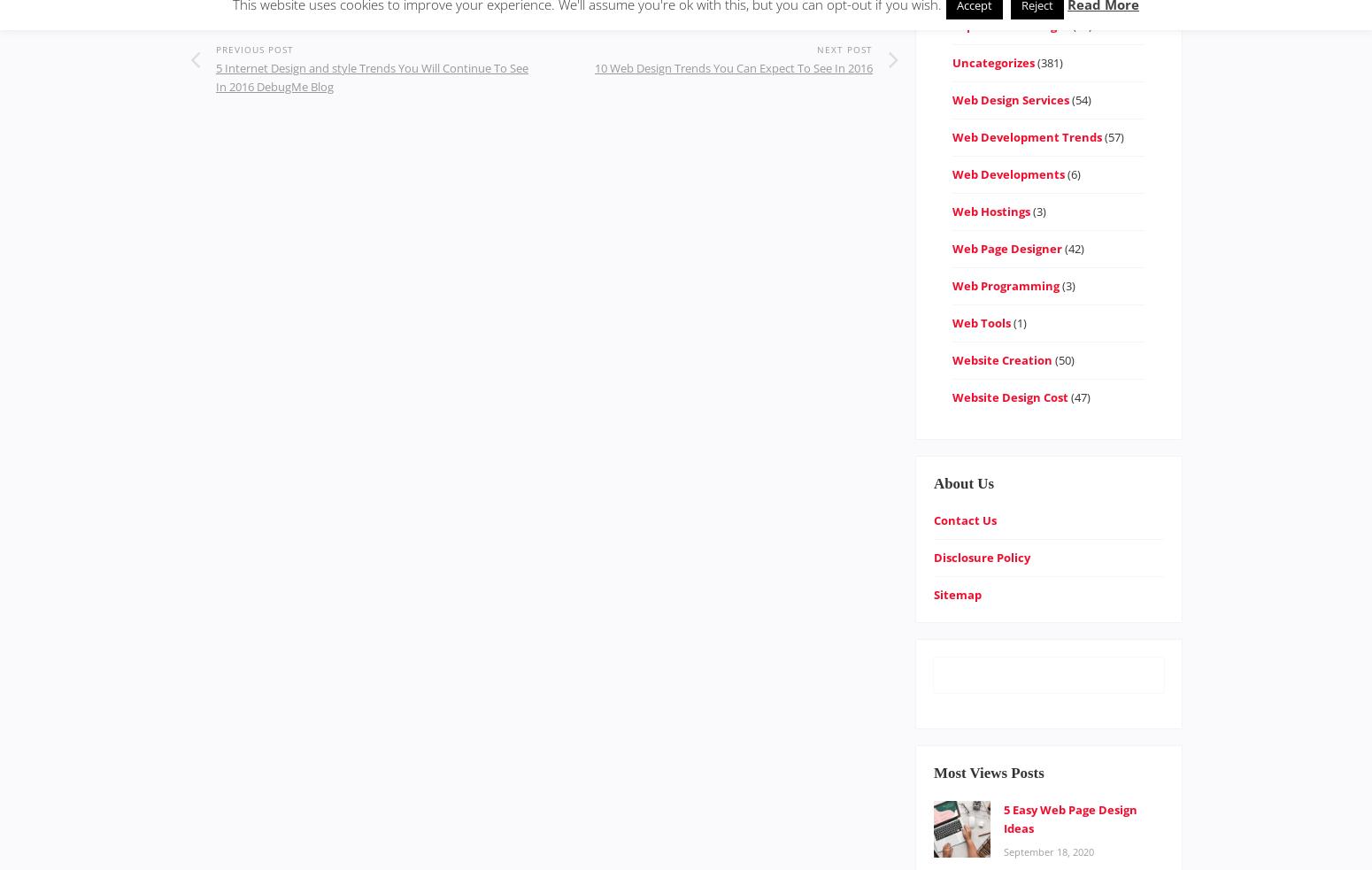 The height and width of the screenshot is (870, 1372). I want to click on 'Top Website Designs', so click(1009, 24).